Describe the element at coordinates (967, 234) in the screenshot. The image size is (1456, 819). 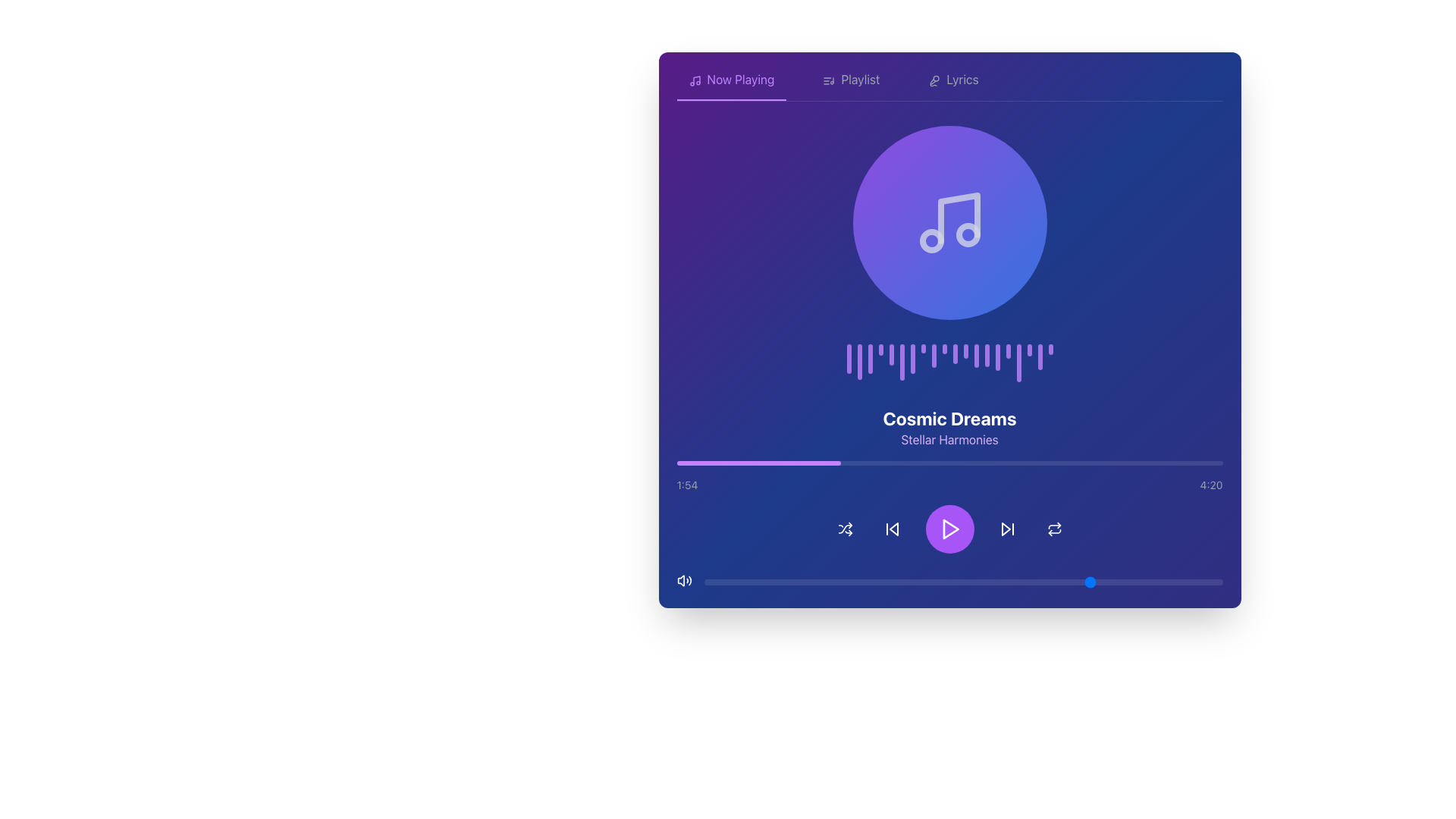
I see `the rightmost circular decorative element within the musical note icon, which is prominently displayed in the upper center region of the application` at that location.